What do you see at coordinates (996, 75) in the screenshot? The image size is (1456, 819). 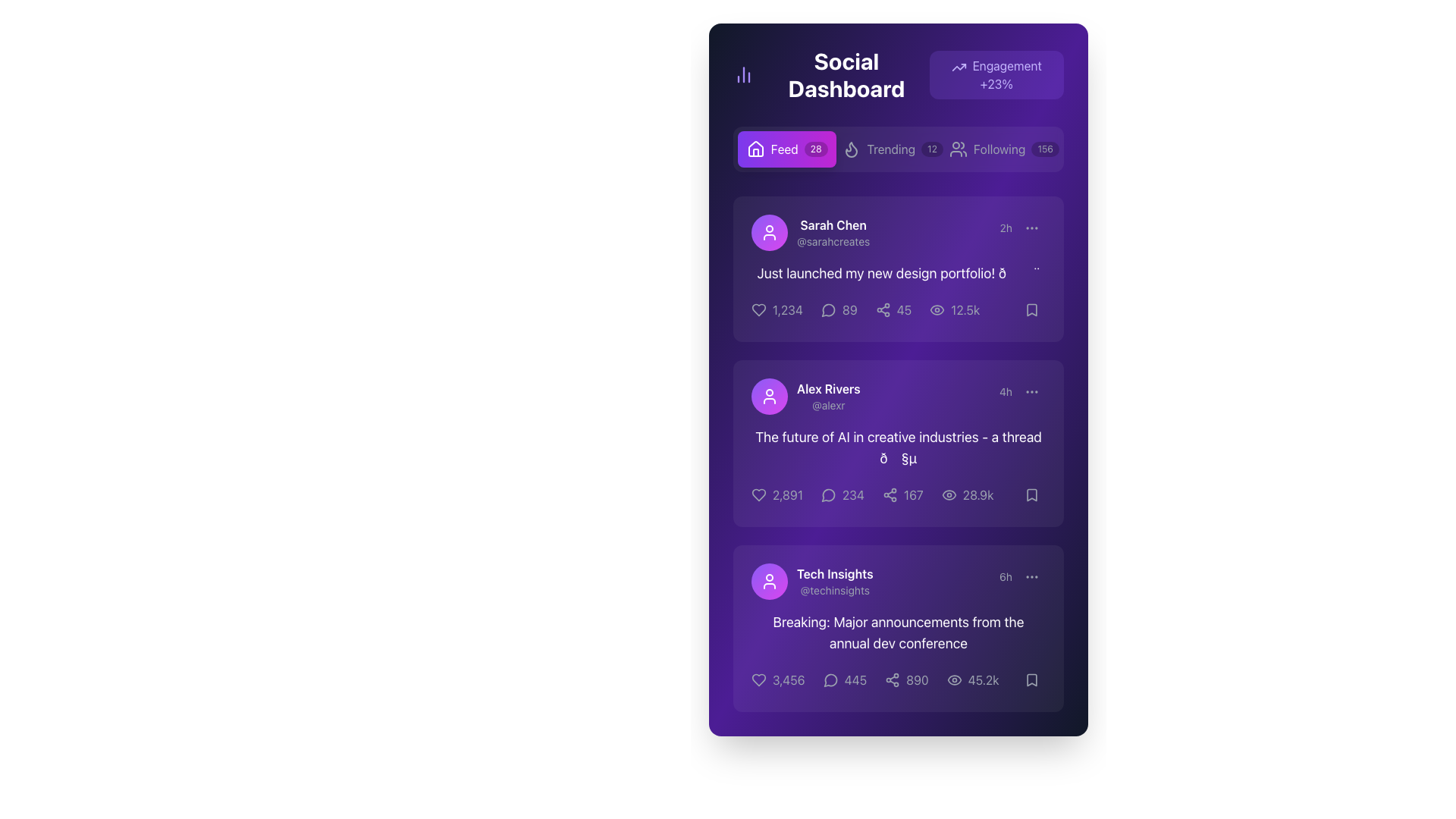 I see `the Informational component displaying the text 'Engagement +23%' with a pill-shaped button style located to the right of the title 'Social Dashboard'` at bounding box center [996, 75].